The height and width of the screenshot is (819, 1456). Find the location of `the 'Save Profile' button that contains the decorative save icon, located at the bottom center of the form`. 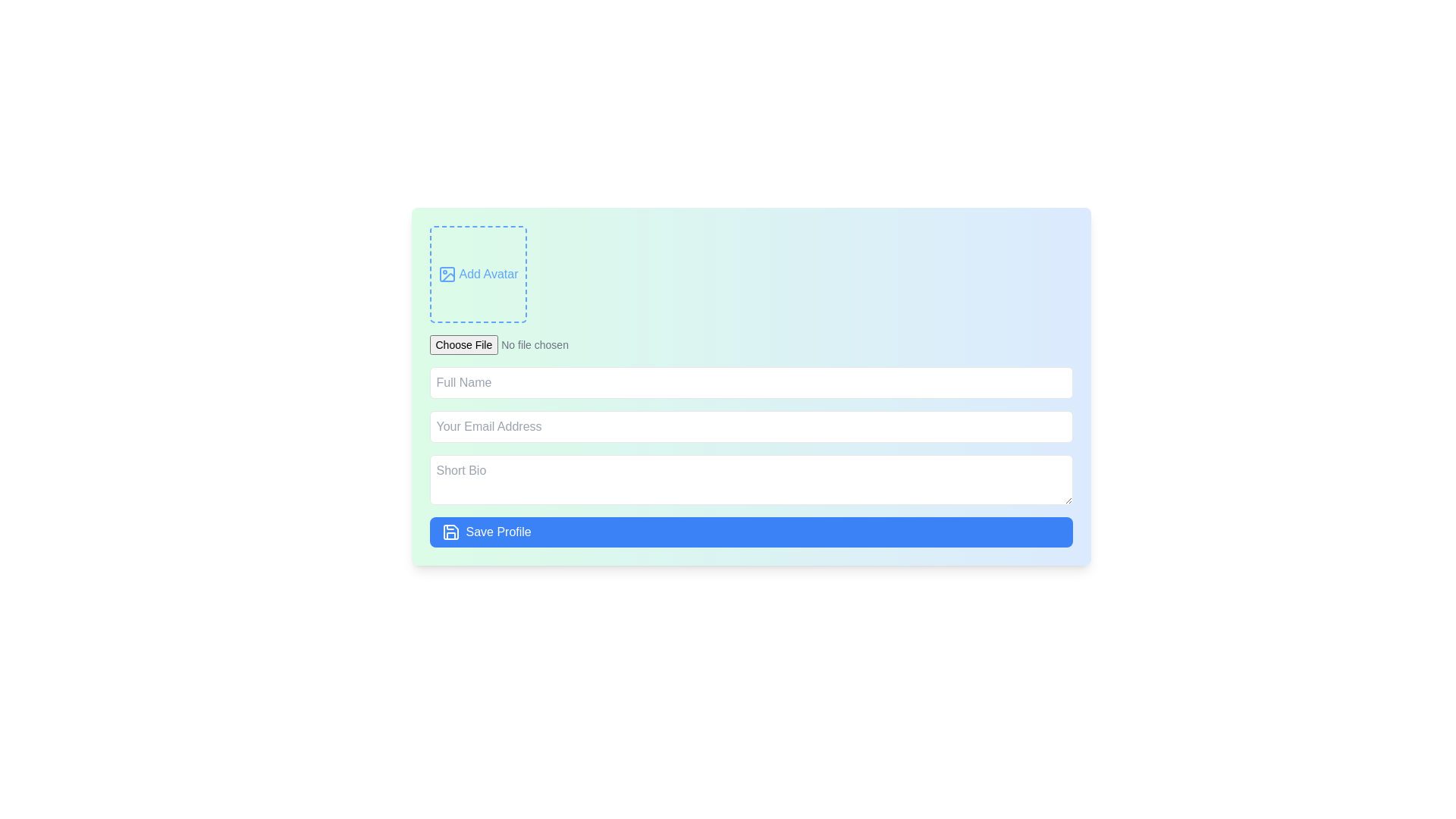

the 'Save Profile' button that contains the decorative save icon, located at the bottom center of the form is located at coordinates (450, 532).